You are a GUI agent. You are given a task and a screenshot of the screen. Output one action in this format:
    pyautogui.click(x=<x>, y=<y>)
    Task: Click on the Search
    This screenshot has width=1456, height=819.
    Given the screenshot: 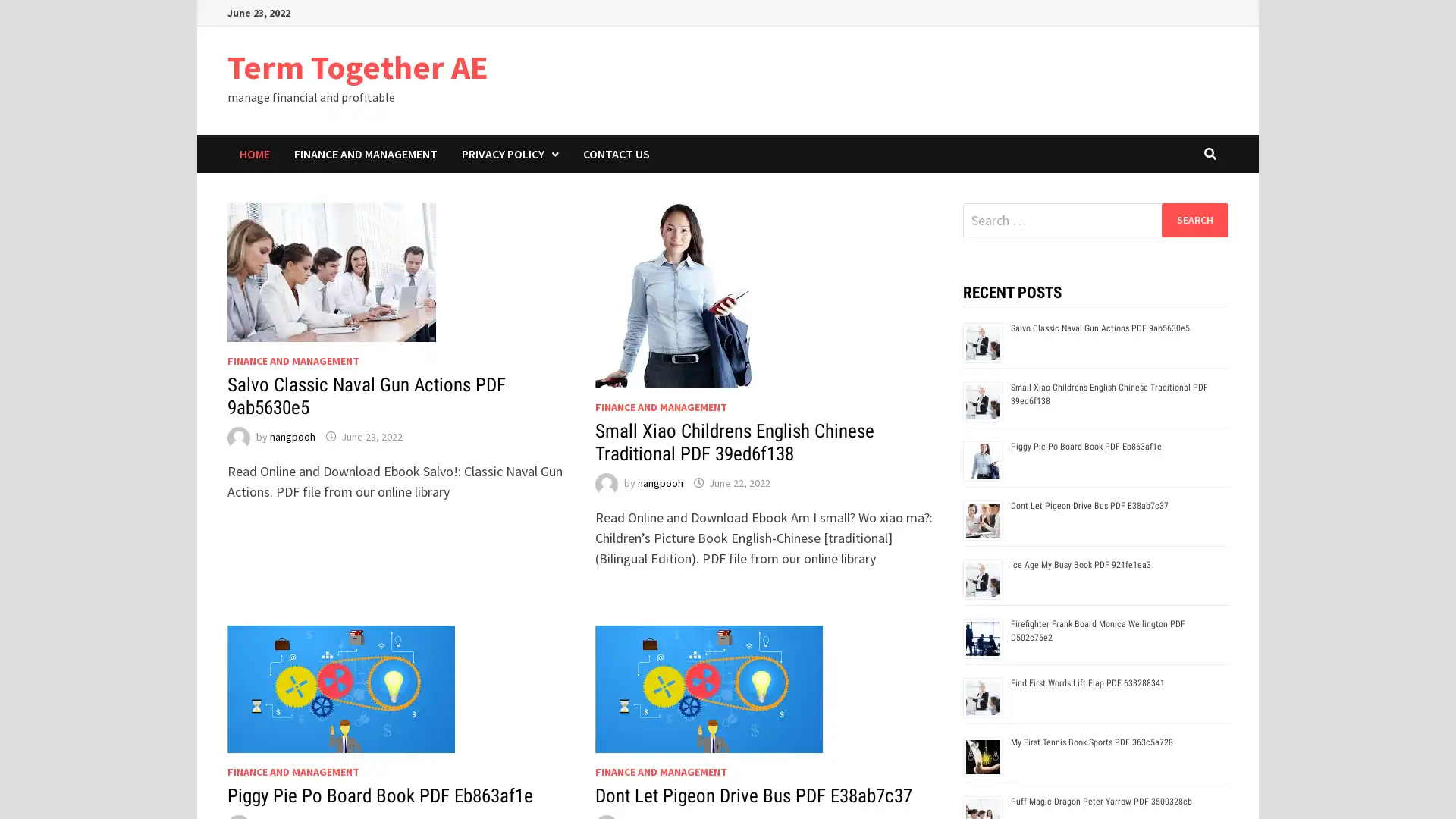 What is the action you would take?
    pyautogui.click(x=1194, y=219)
    